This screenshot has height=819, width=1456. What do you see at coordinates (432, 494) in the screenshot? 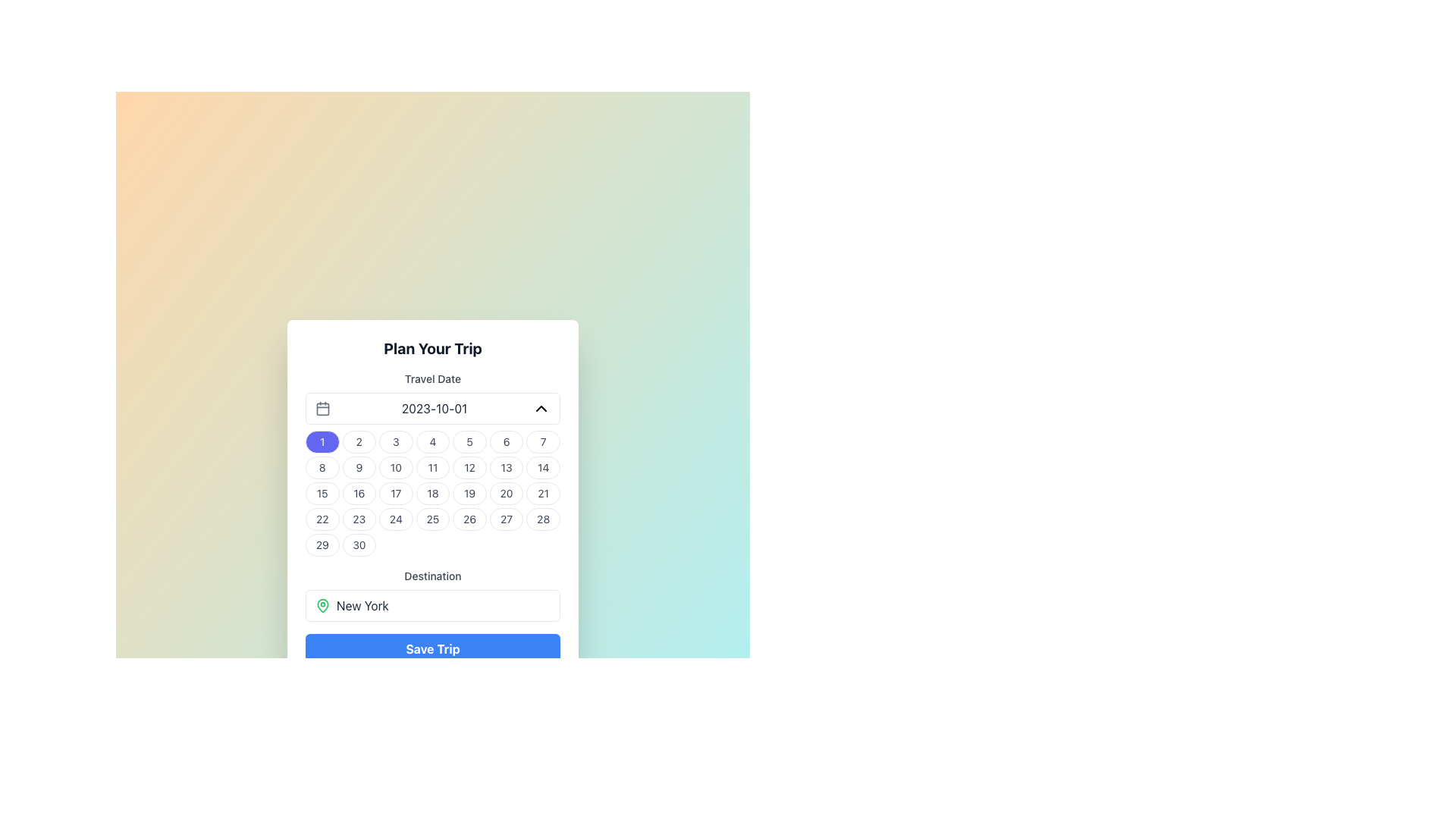
I see `the calendar button for the date '2023-10-01' located in the third row and fourth column of the calendar UI` at bounding box center [432, 494].